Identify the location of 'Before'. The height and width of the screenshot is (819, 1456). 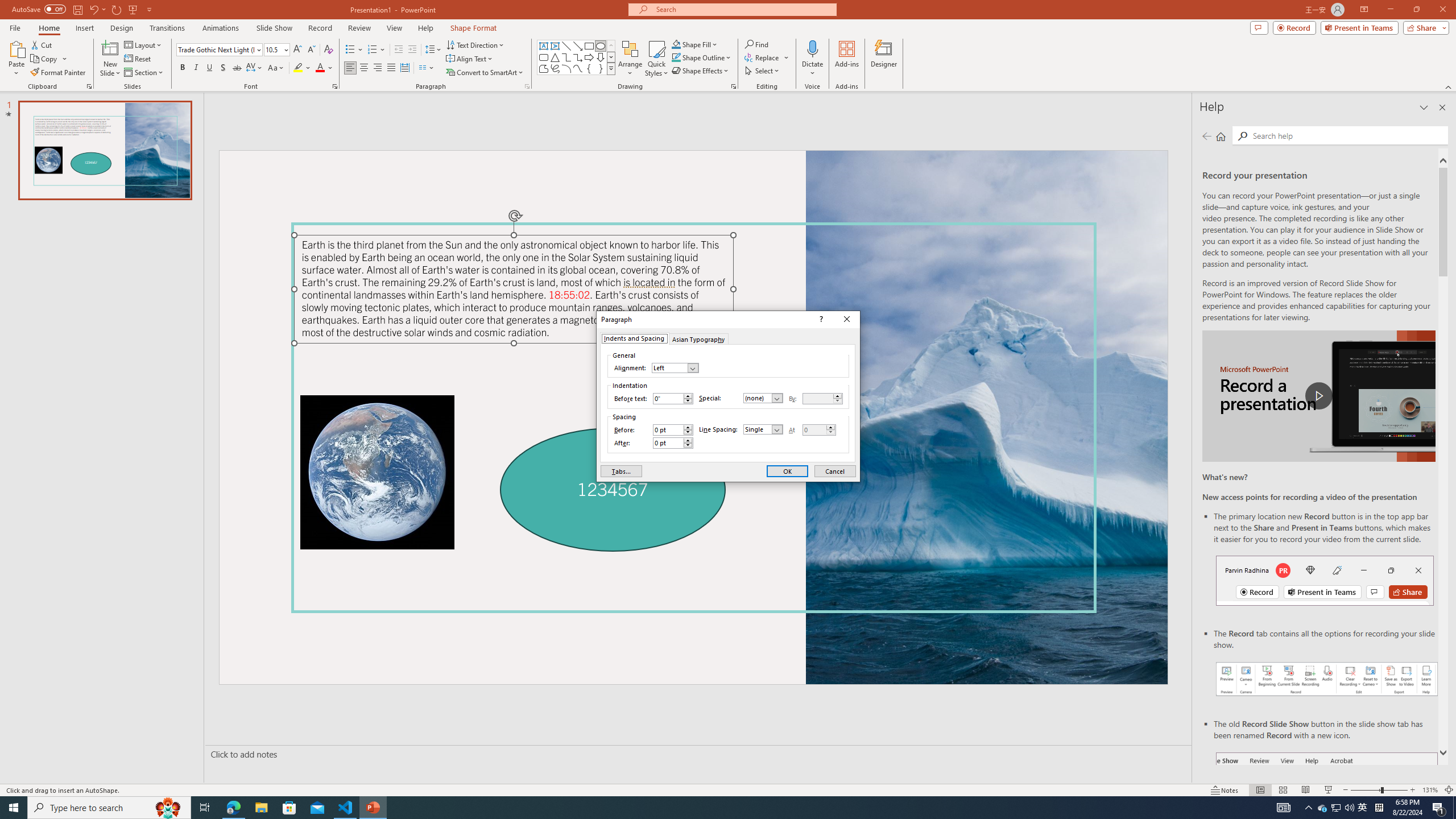
(672, 429).